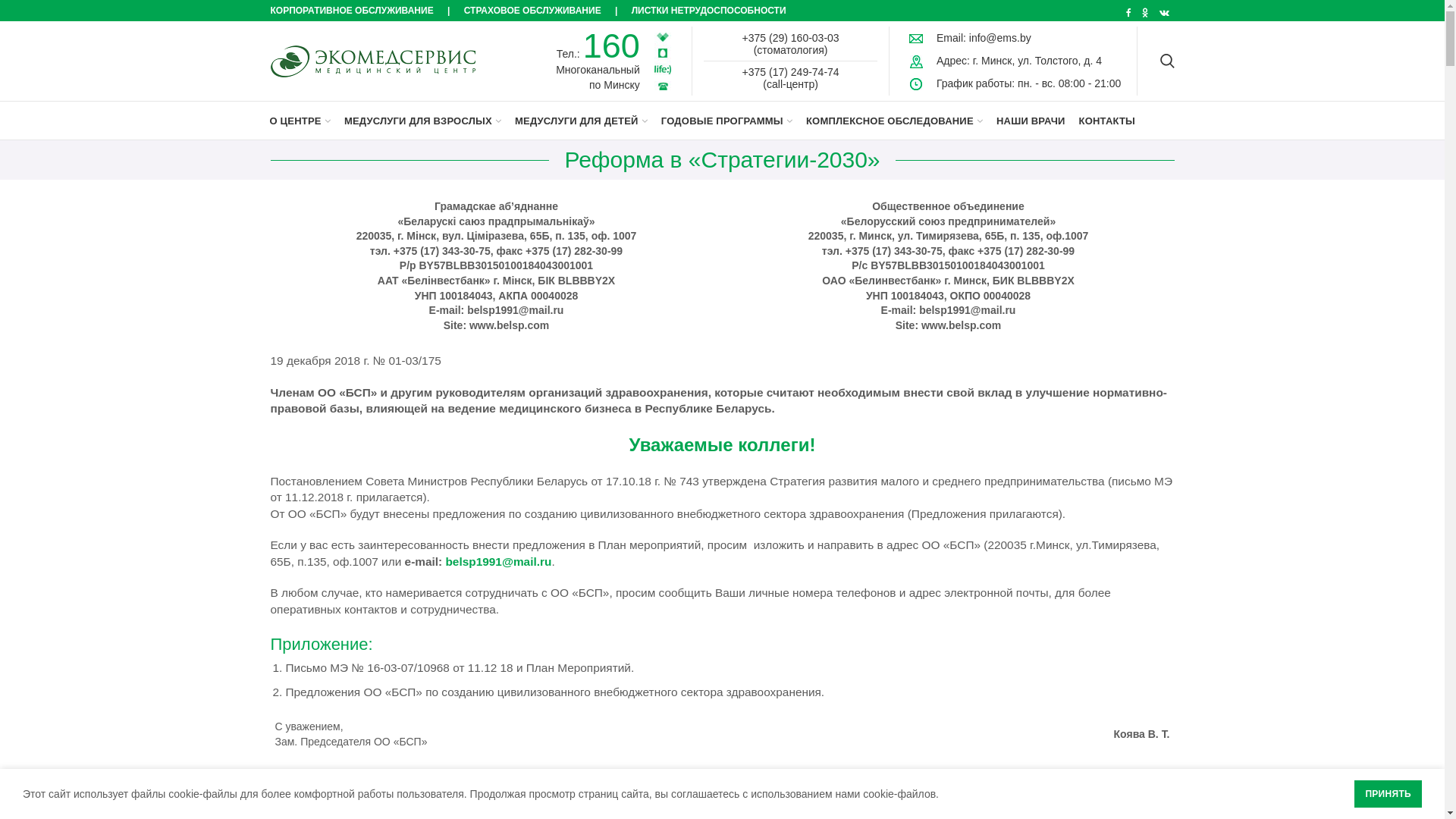  Describe the element at coordinates (789, 72) in the screenshot. I see `'+375 (17) 249-74-74'` at that location.